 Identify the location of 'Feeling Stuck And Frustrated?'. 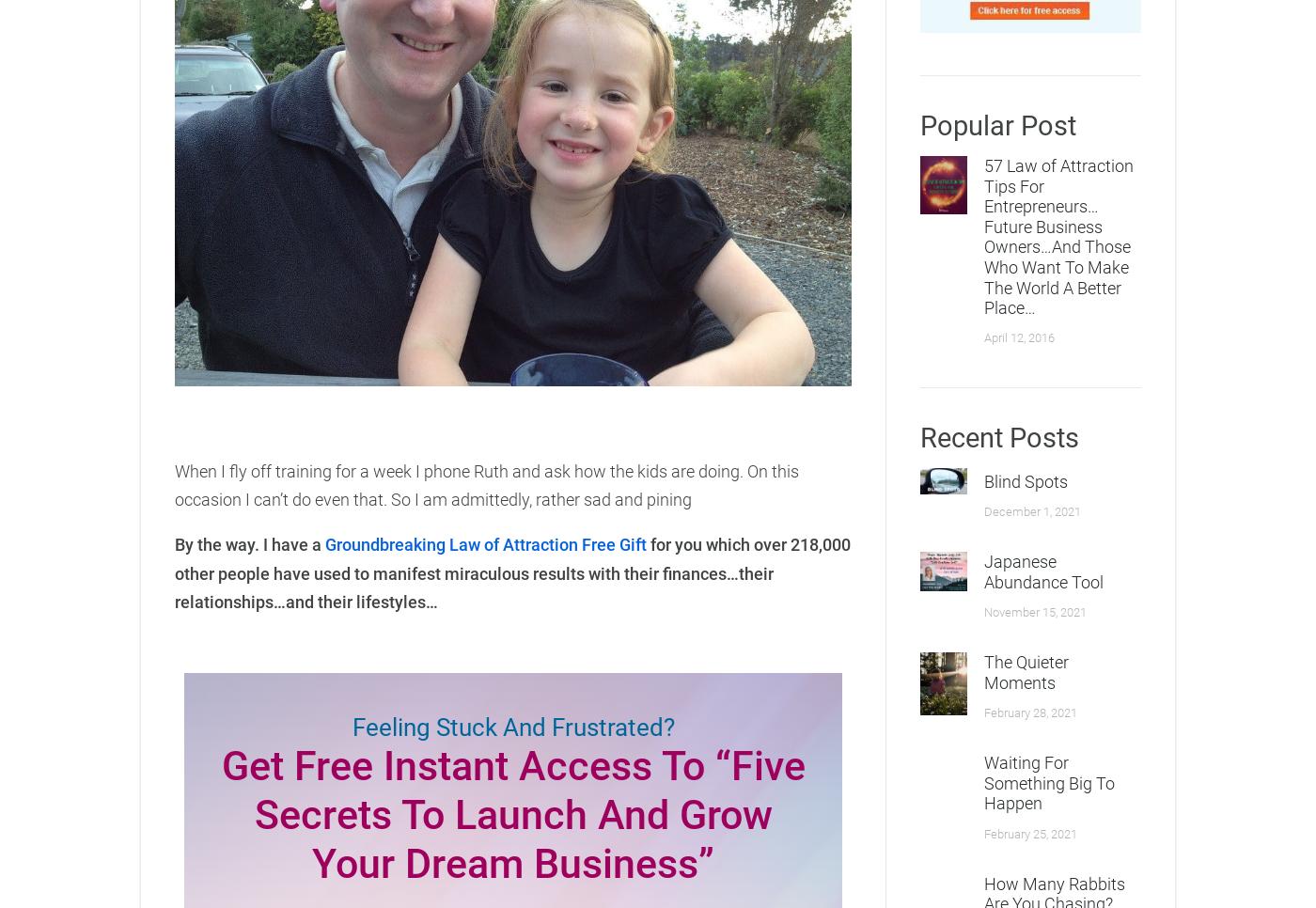
(512, 725).